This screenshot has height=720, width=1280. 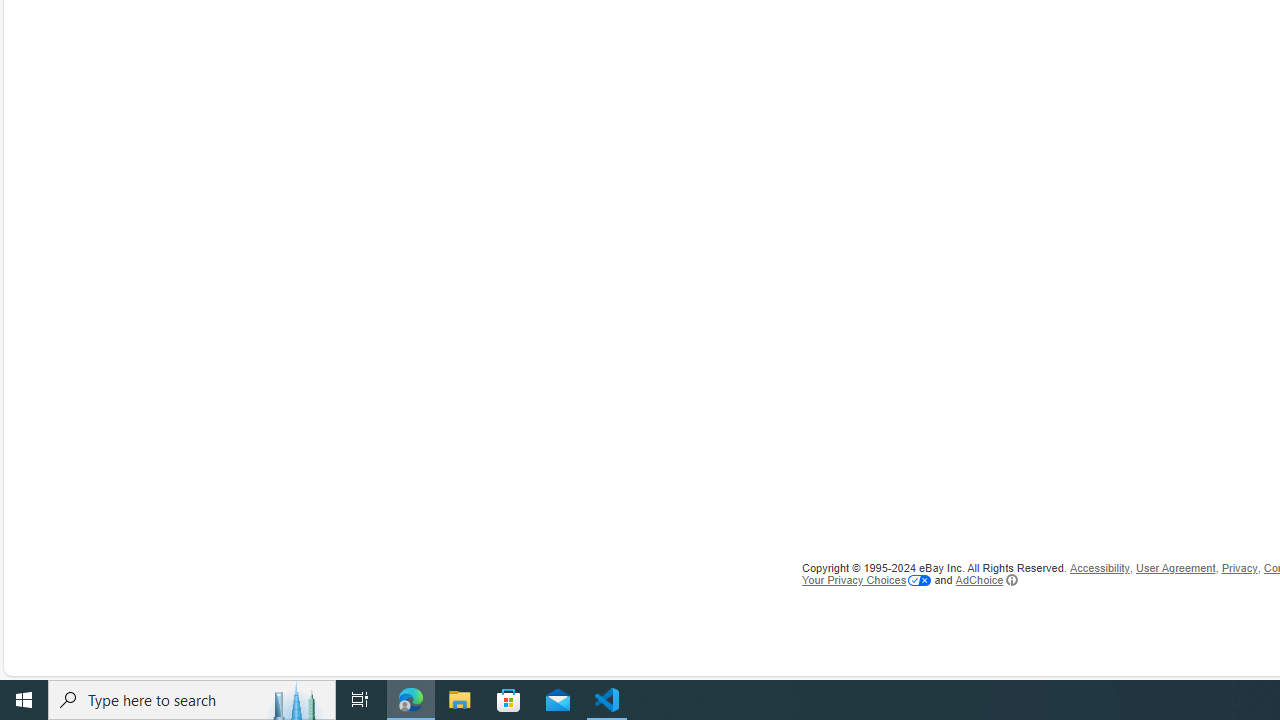 What do you see at coordinates (867, 579) in the screenshot?
I see `'Your Privacy Choices'` at bounding box center [867, 579].